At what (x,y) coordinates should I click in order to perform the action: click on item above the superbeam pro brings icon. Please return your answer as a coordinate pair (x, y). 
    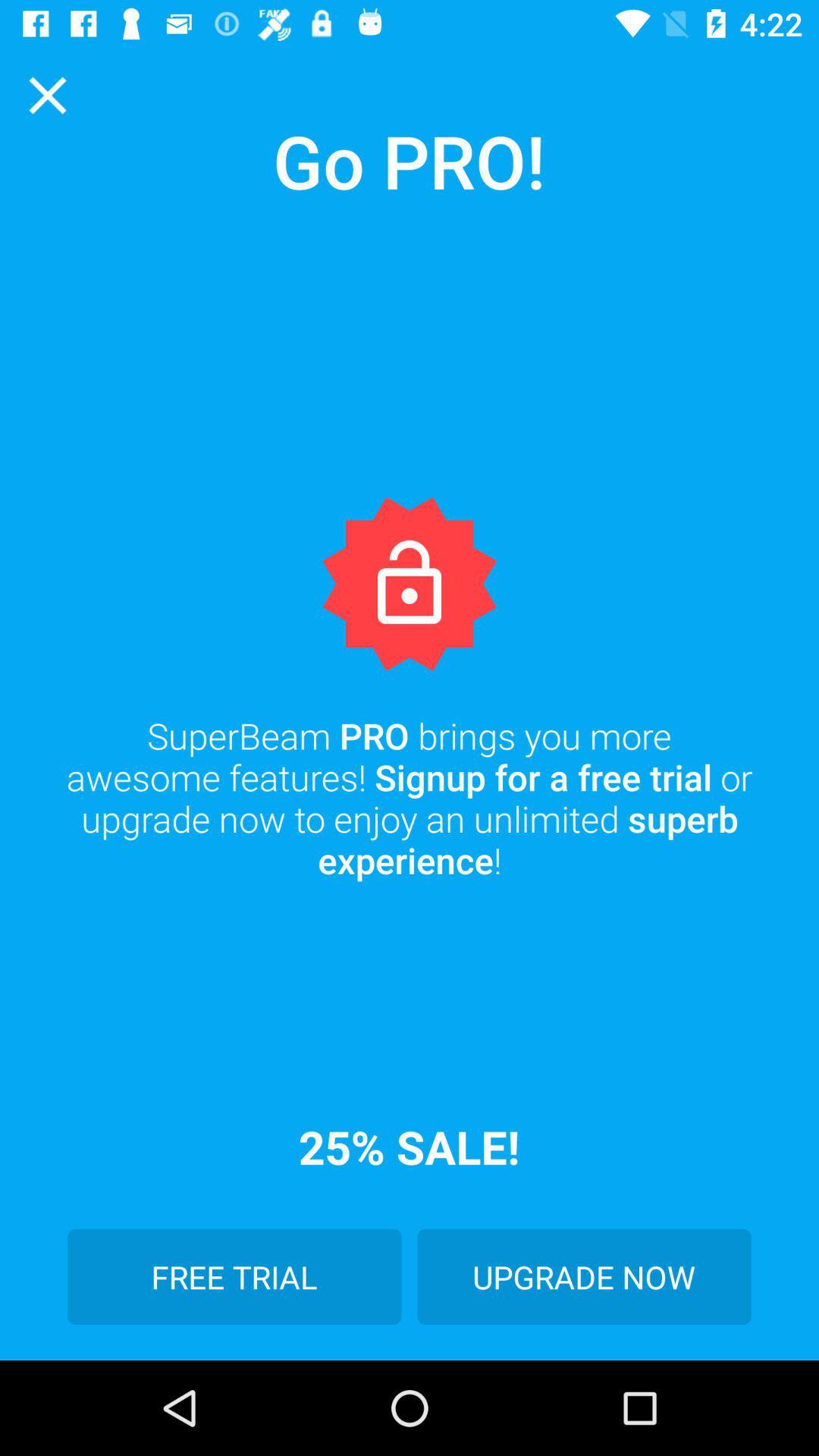
    Looking at the image, I should click on (46, 94).